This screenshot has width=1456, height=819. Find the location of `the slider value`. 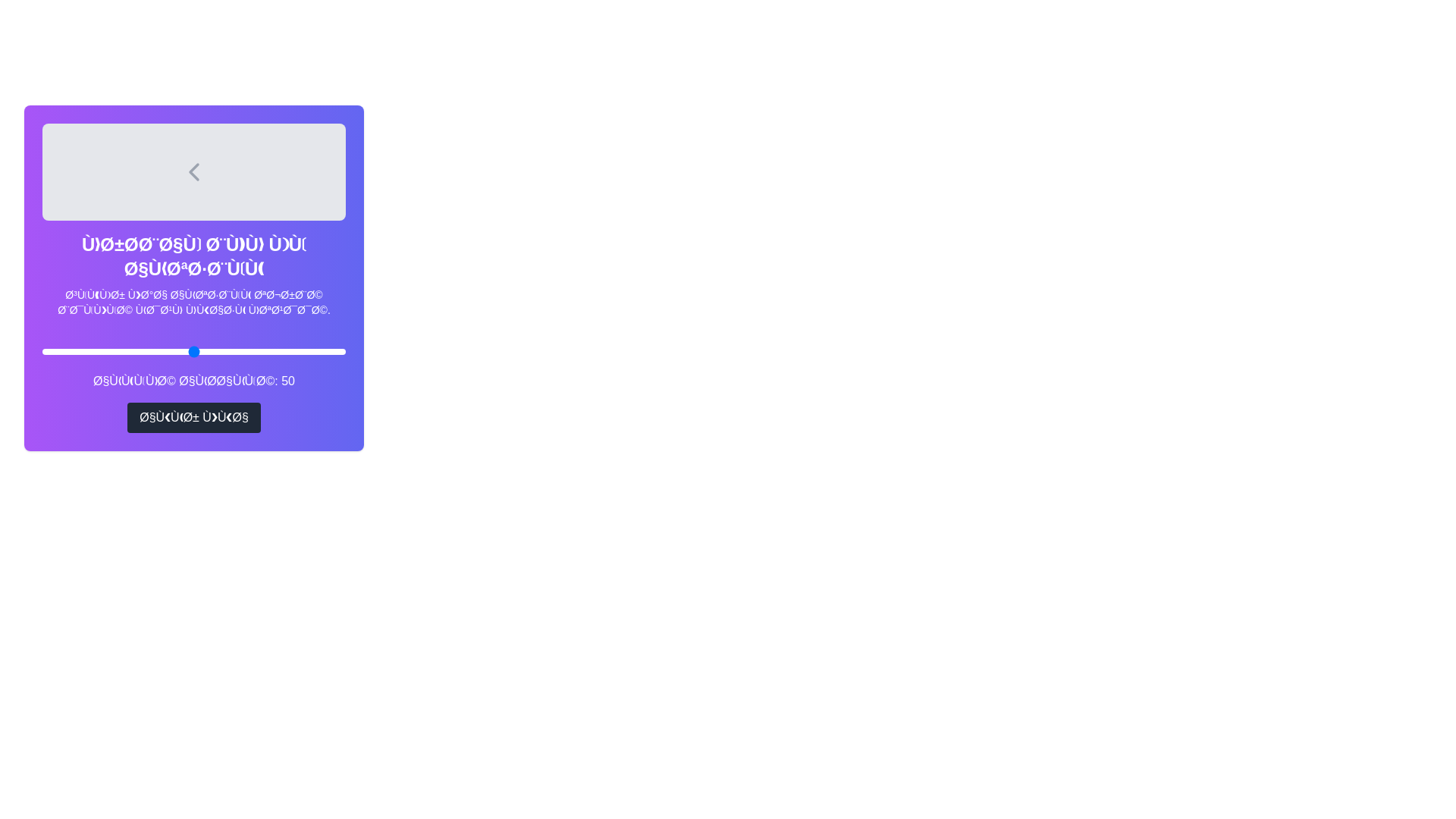

the slider value is located at coordinates (214, 351).